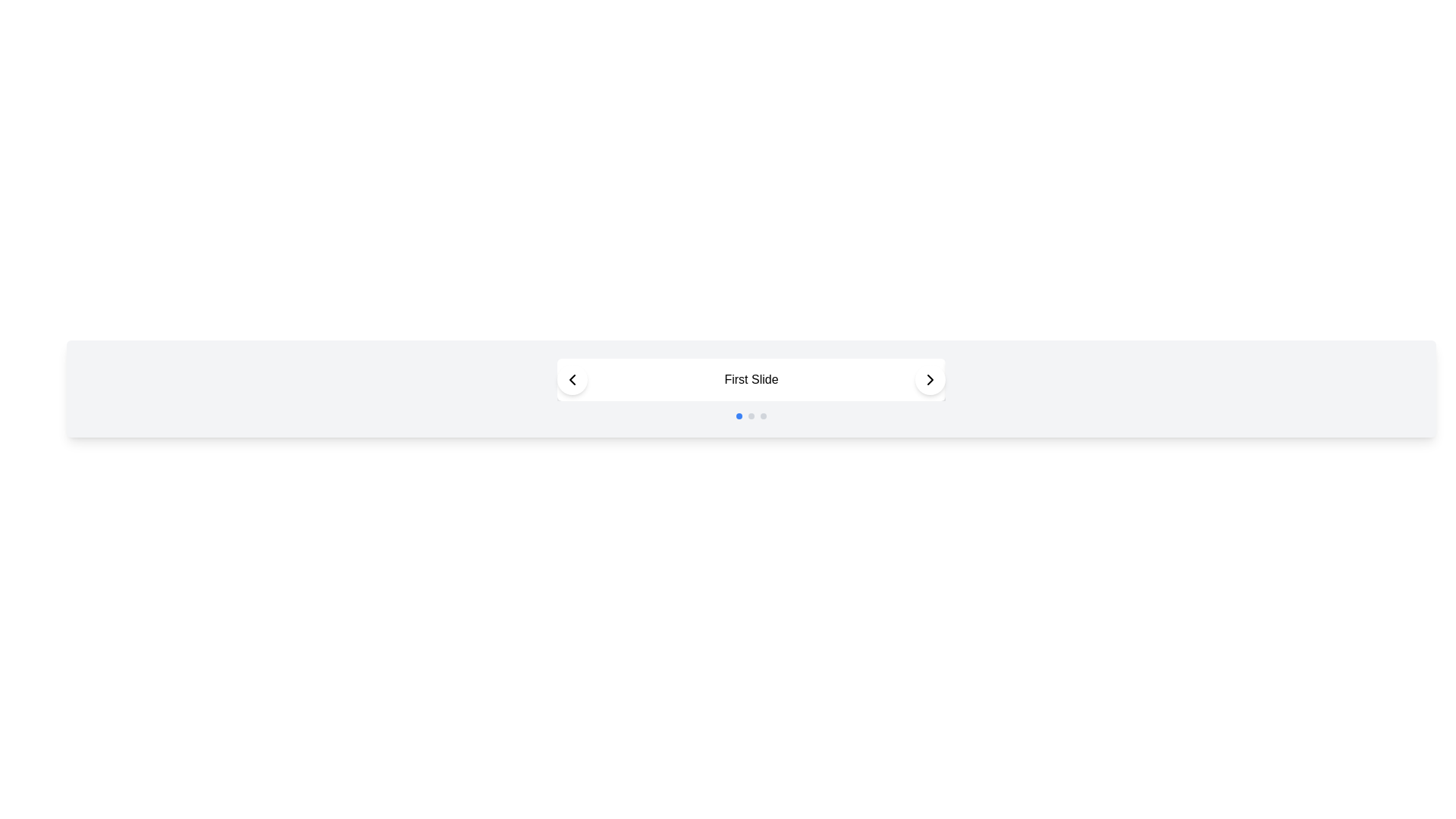  Describe the element at coordinates (930, 379) in the screenshot. I see `the button located on the right side of the carousel interface` at that location.